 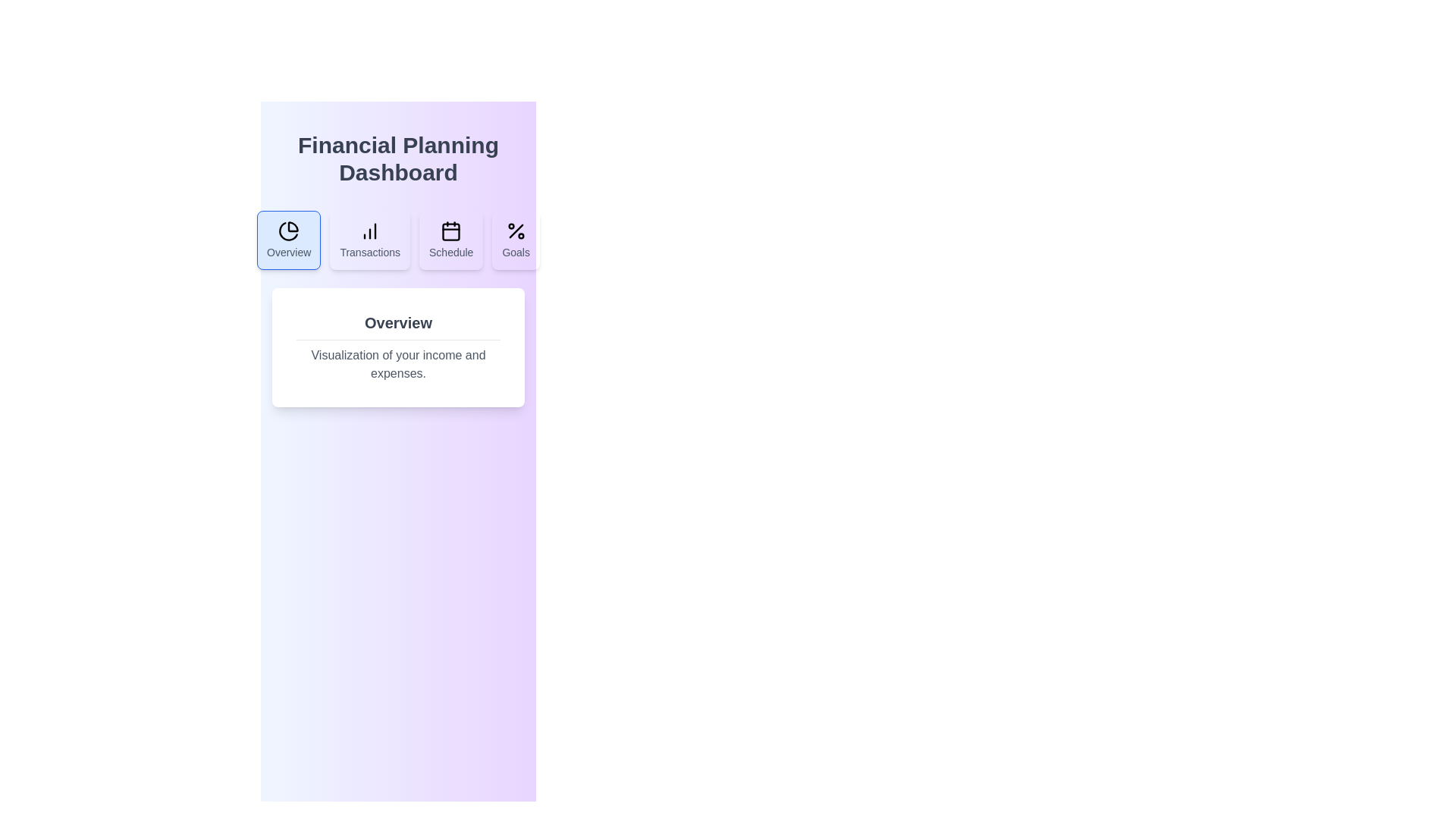 I want to click on the black percentage symbol icon located in the fourth option of the navigation section at the top of the interface, so click(x=516, y=231).